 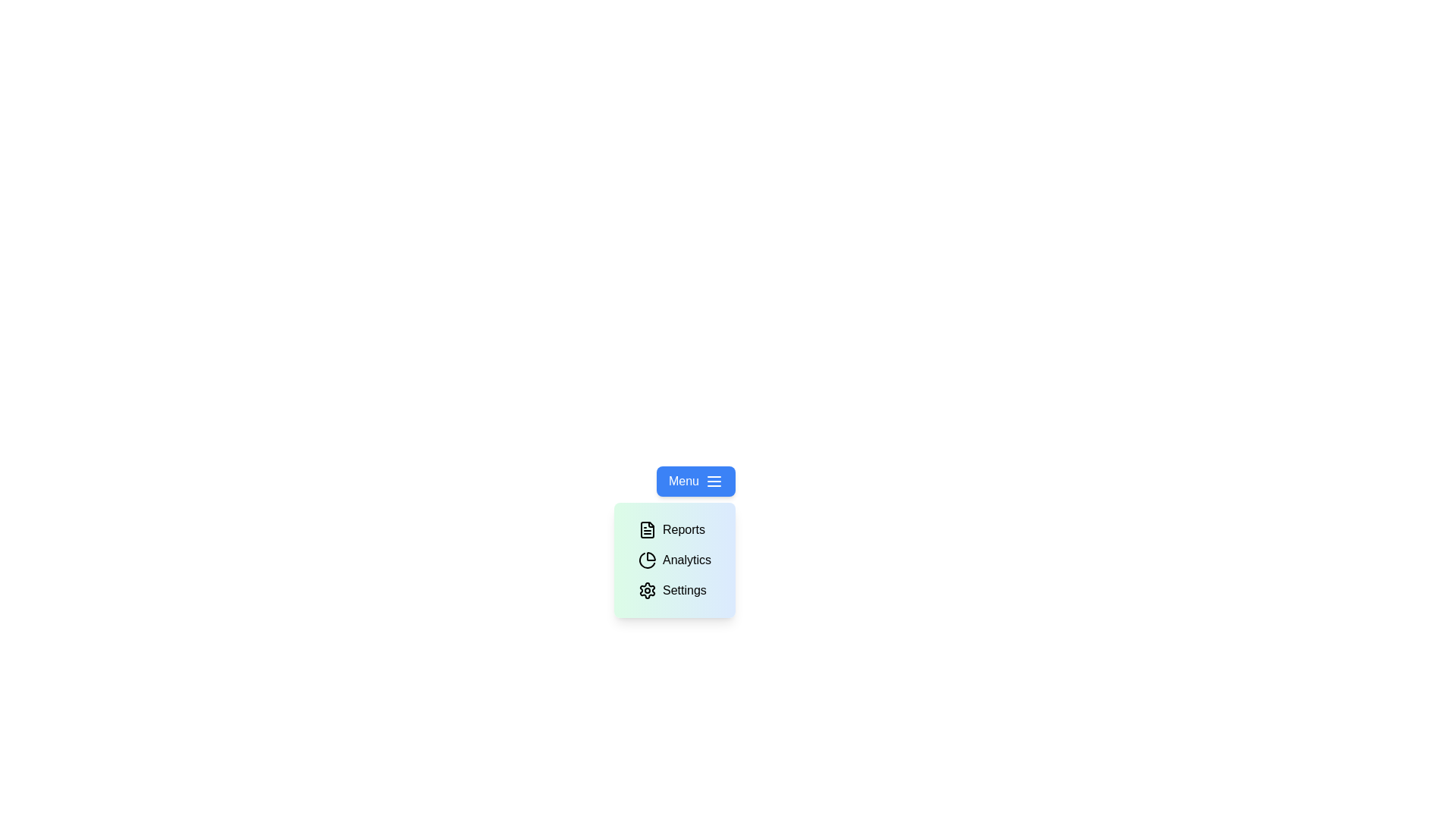 What do you see at coordinates (695, 482) in the screenshot?
I see `the 'Menu' button to toggle the dropdown menu visibility` at bounding box center [695, 482].